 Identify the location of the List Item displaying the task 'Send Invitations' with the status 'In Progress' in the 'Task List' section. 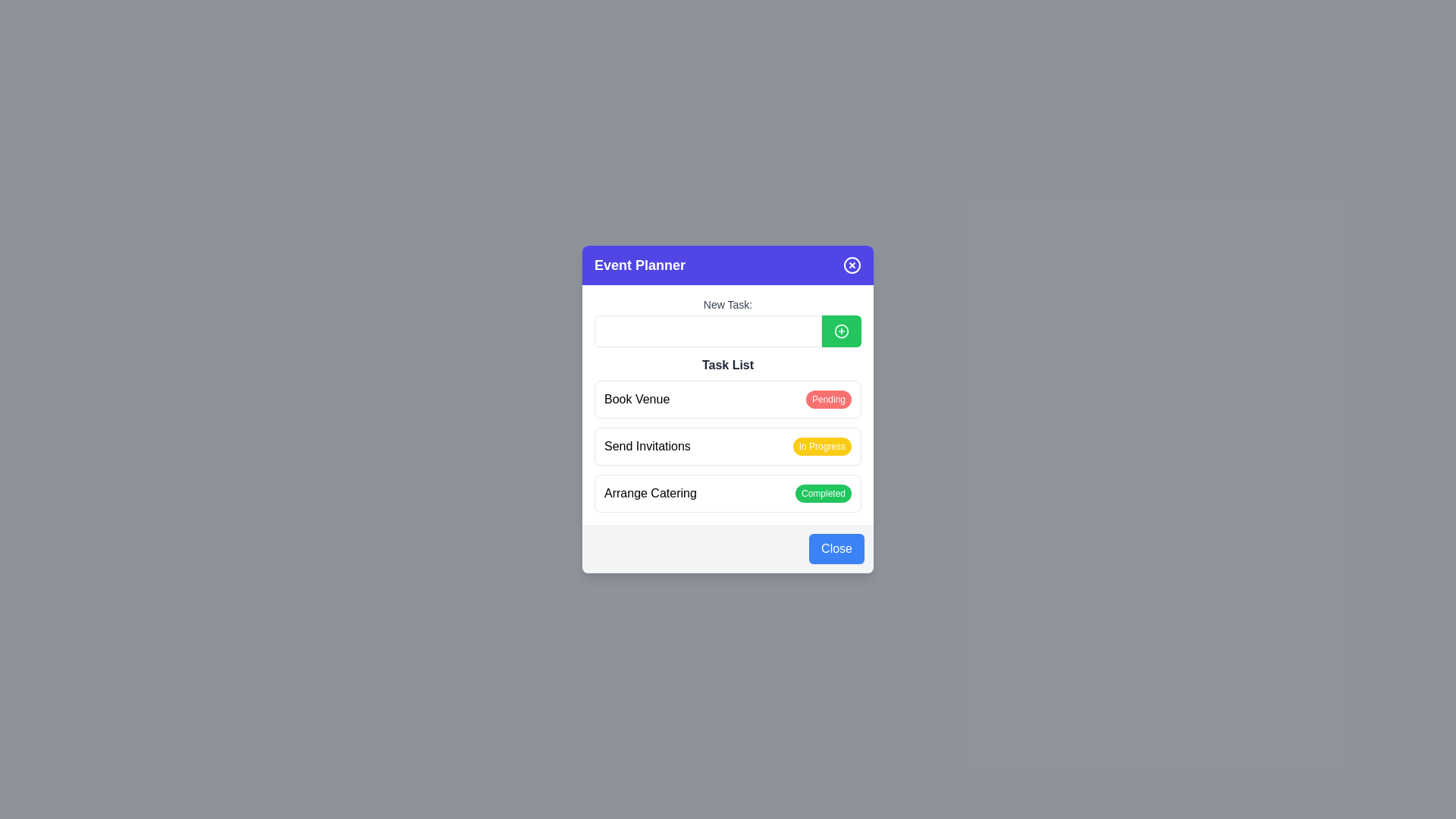
(728, 446).